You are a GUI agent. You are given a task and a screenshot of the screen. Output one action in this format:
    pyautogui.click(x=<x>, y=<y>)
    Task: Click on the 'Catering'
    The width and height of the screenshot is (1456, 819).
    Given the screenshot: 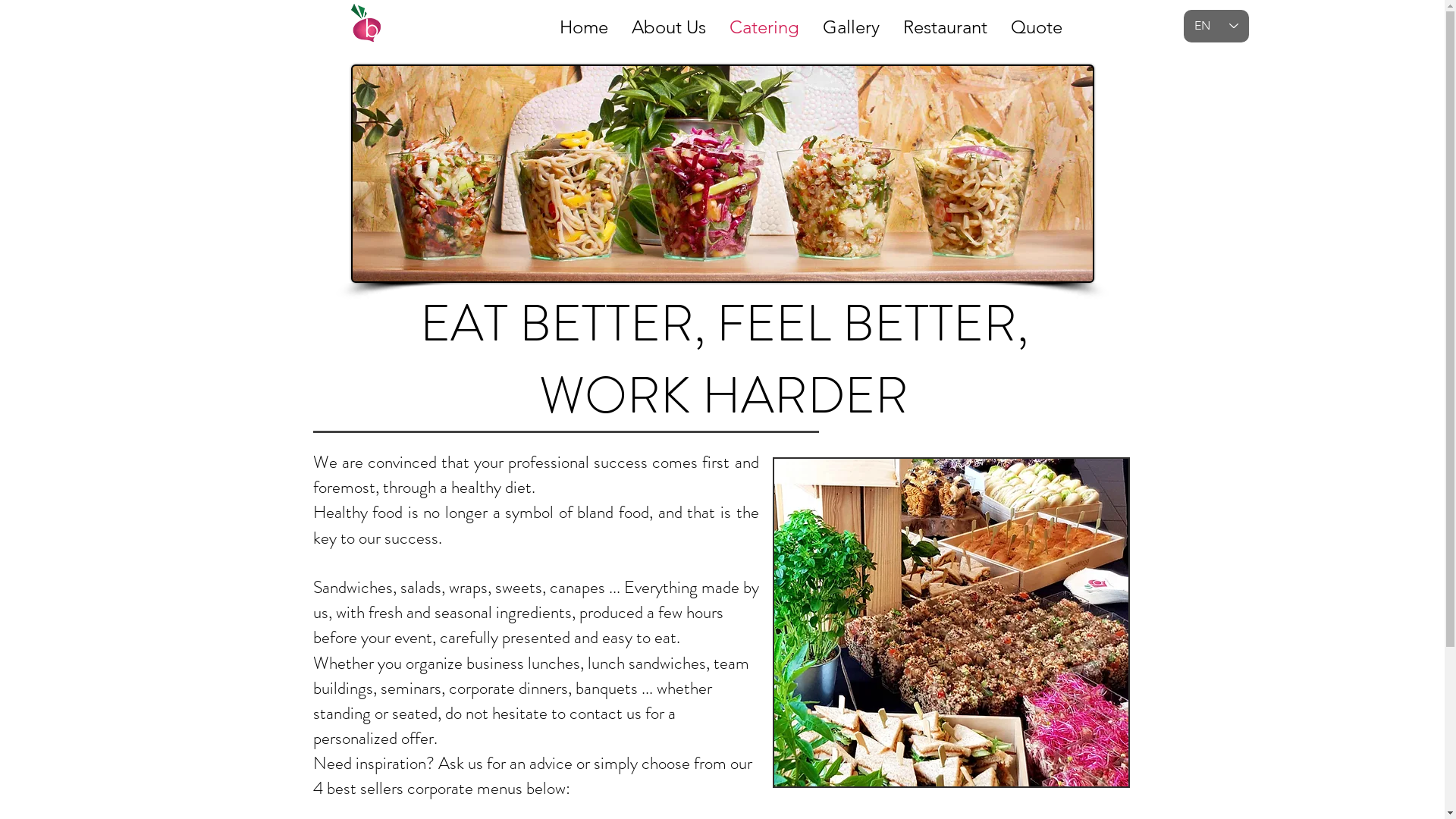 What is the action you would take?
    pyautogui.click(x=764, y=23)
    